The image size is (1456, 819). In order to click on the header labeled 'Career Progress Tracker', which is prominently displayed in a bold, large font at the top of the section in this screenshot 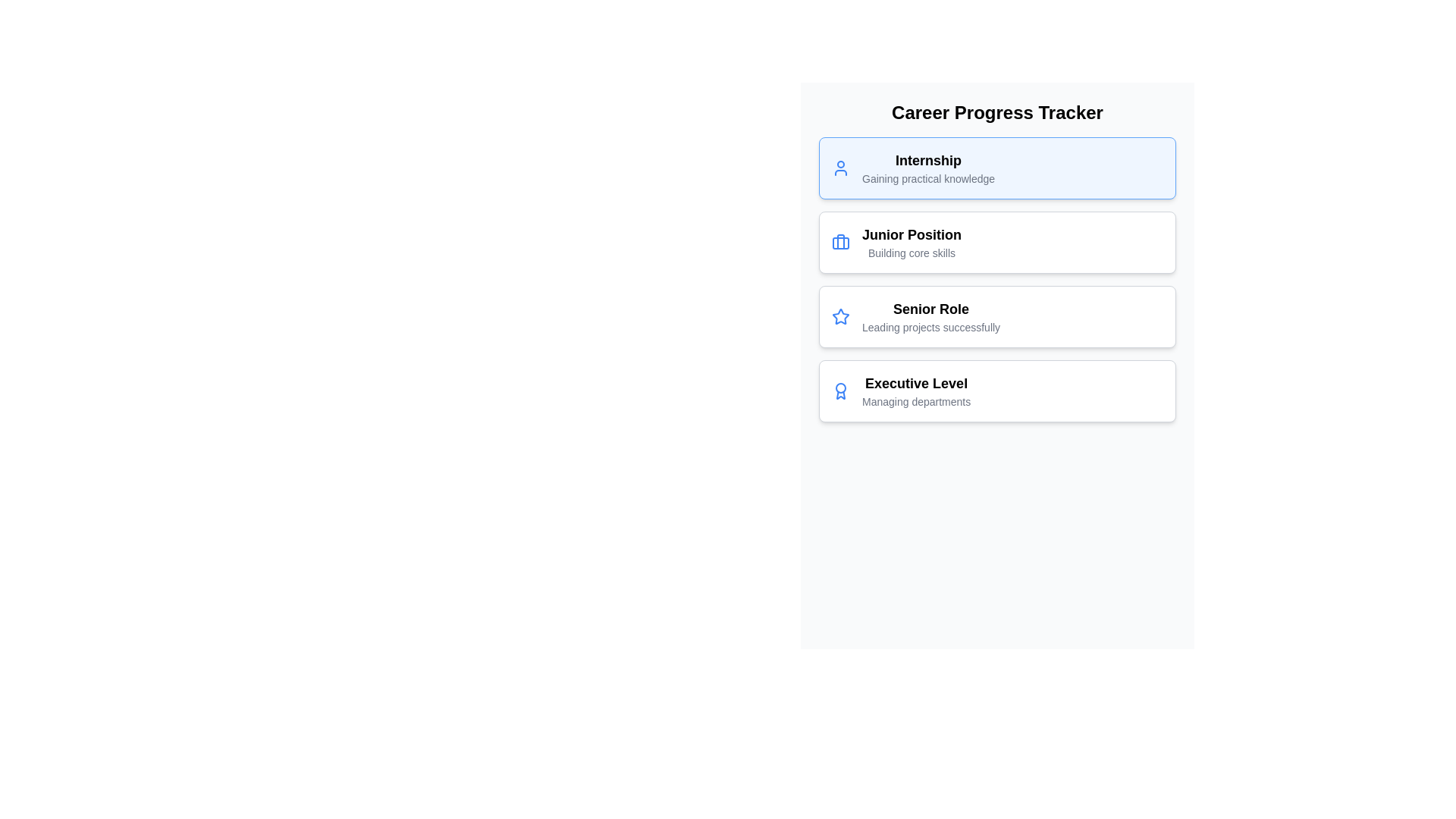, I will do `click(997, 112)`.